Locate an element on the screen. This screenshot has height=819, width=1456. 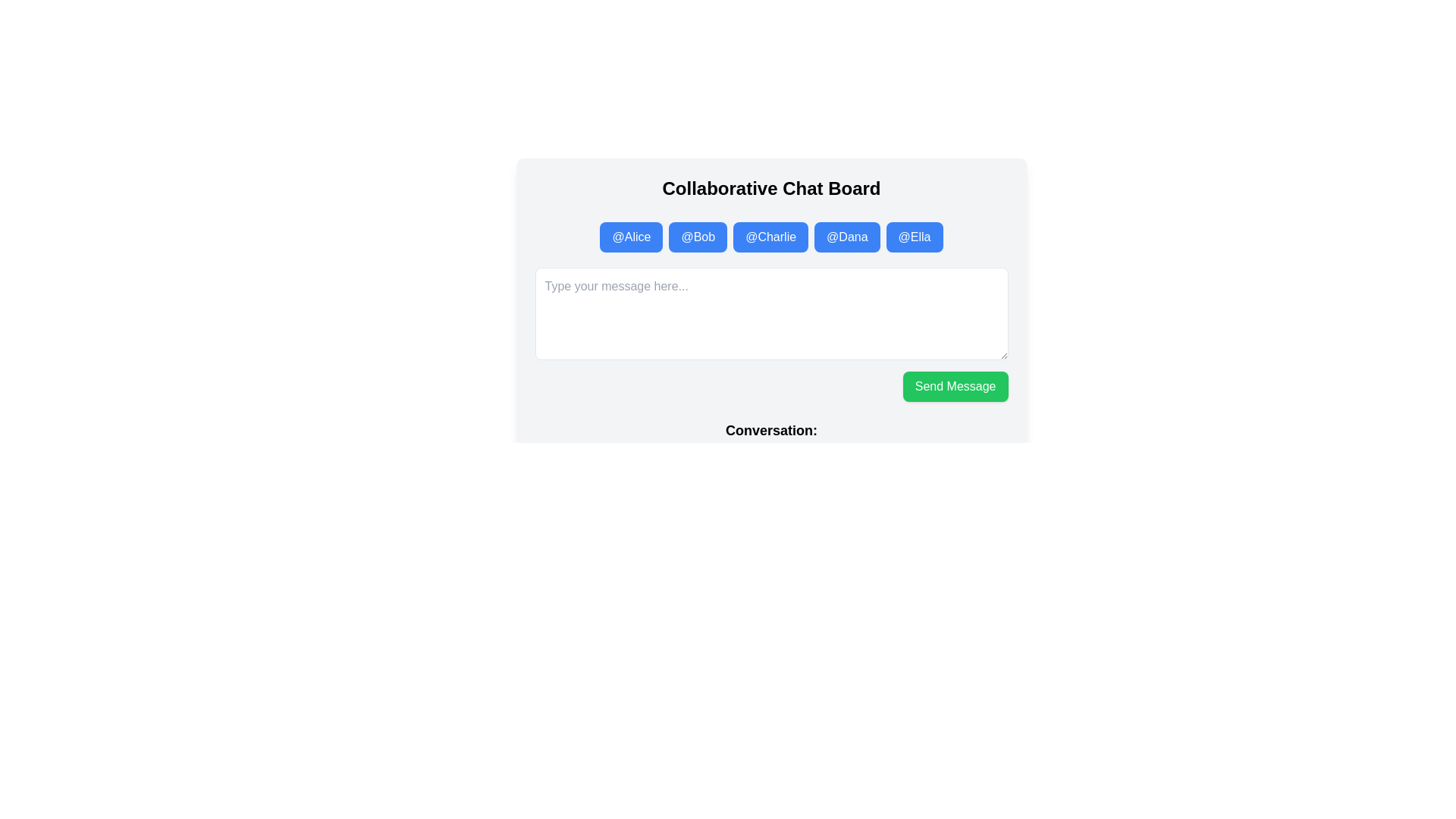
the rounded rectangular button labeled '@Bob' with a blue background, located under 'Collaborative Chat Board' is located at coordinates (697, 237).